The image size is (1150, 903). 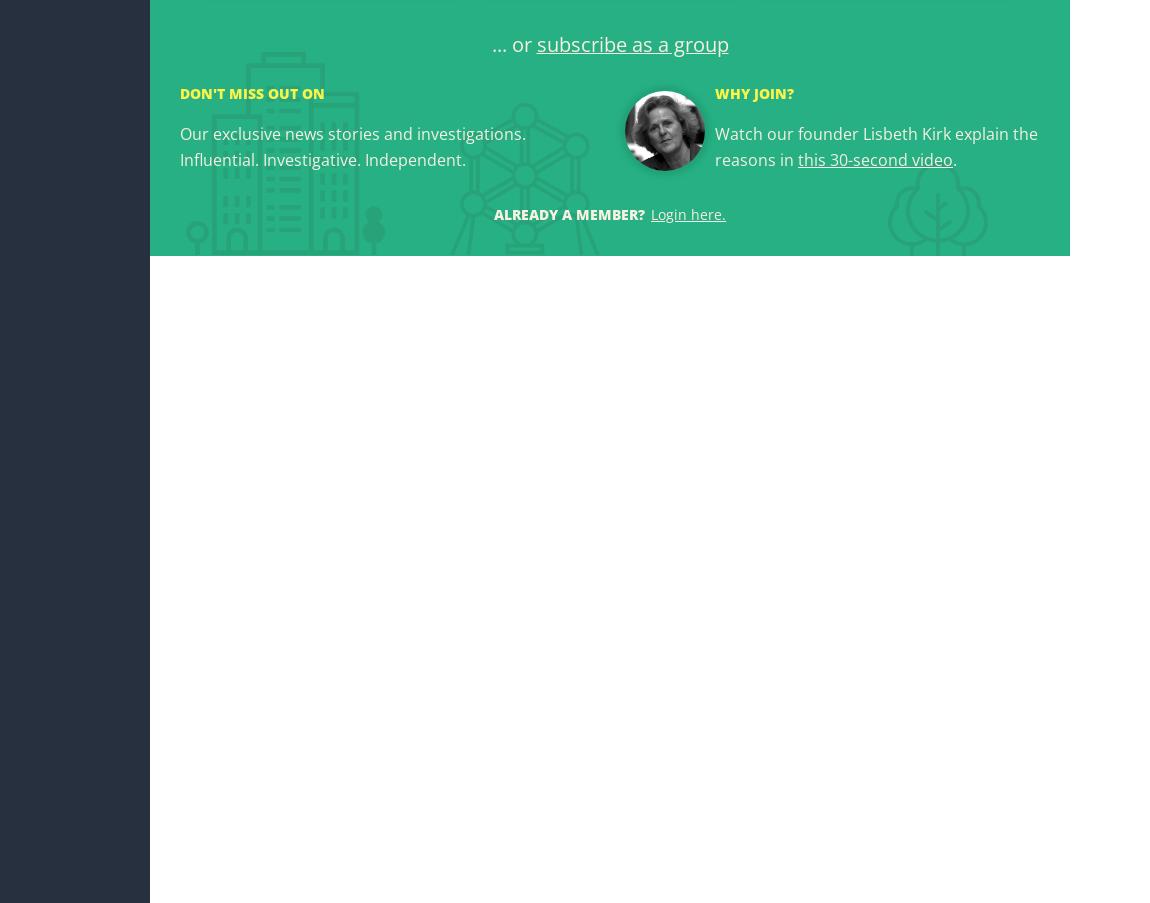 What do you see at coordinates (178, 146) in the screenshot?
I see `'Our exclusive news stories and investigations. Influential. Investigative. Independent.'` at bounding box center [178, 146].